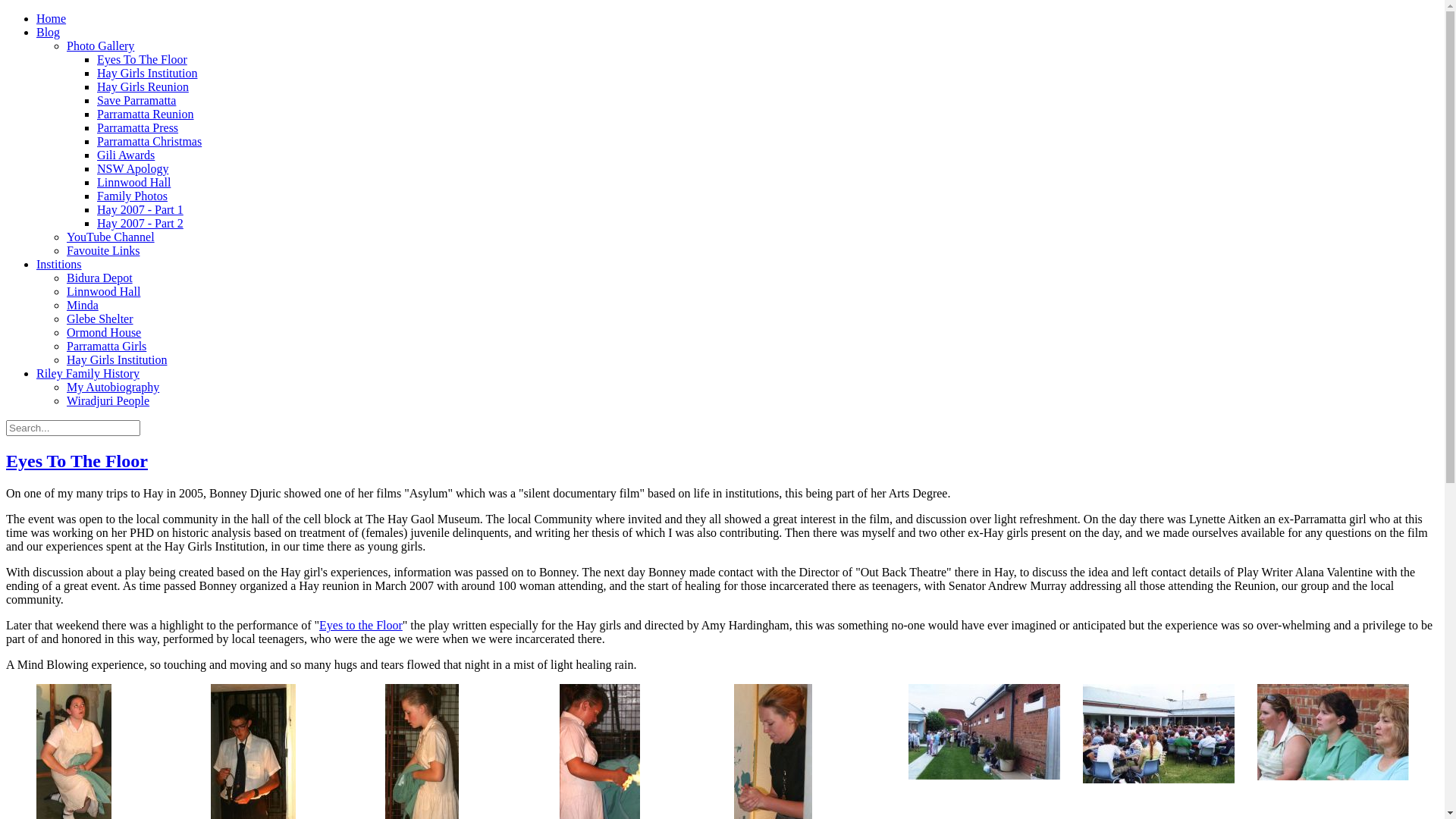 This screenshot has height=819, width=1456. Describe the element at coordinates (65, 331) in the screenshot. I see `'Ormond House'` at that location.